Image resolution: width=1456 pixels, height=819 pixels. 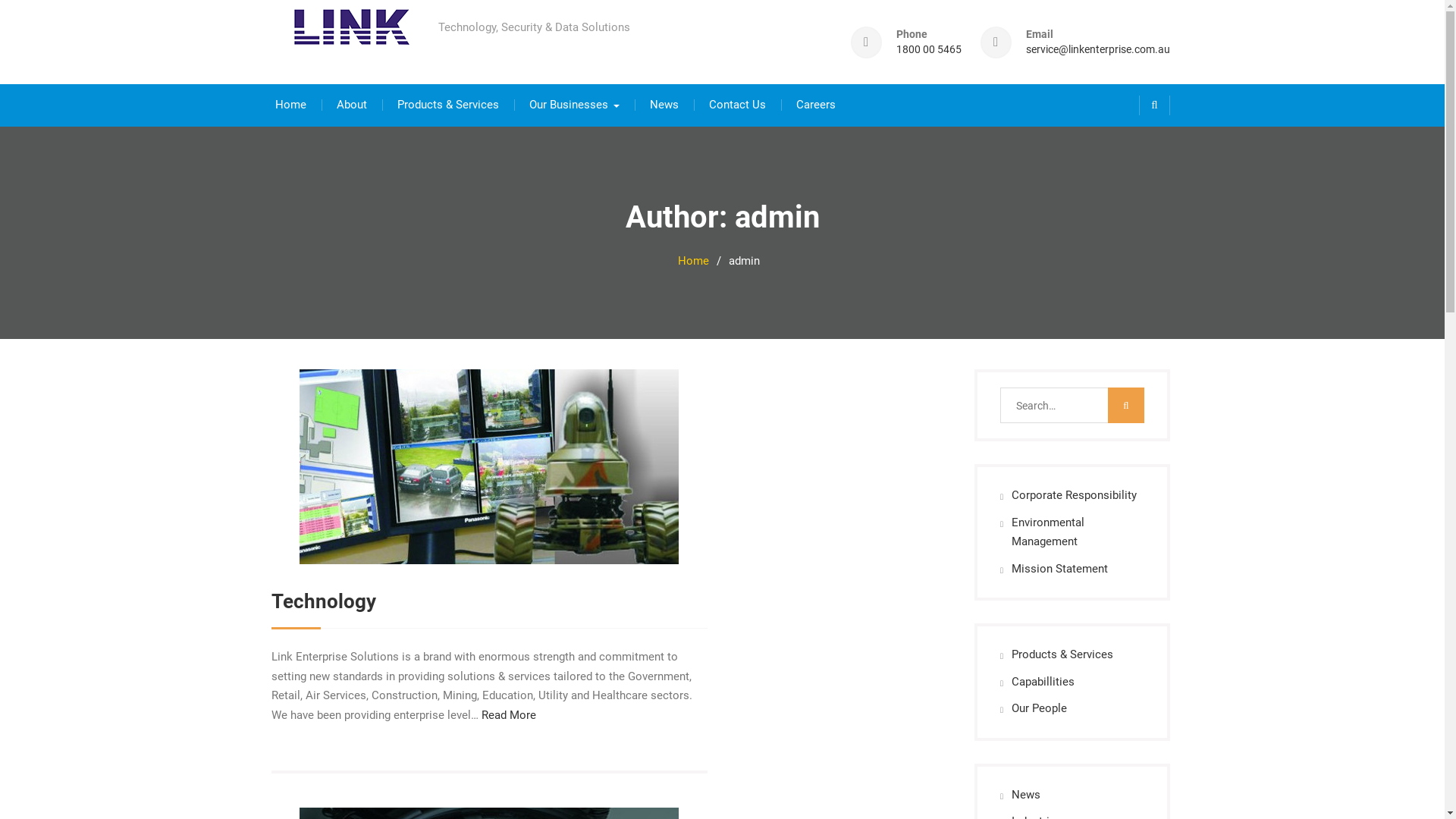 What do you see at coordinates (1000, 404) in the screenshot?
I see `'Search for:'` at bounding box center [1000, 404].